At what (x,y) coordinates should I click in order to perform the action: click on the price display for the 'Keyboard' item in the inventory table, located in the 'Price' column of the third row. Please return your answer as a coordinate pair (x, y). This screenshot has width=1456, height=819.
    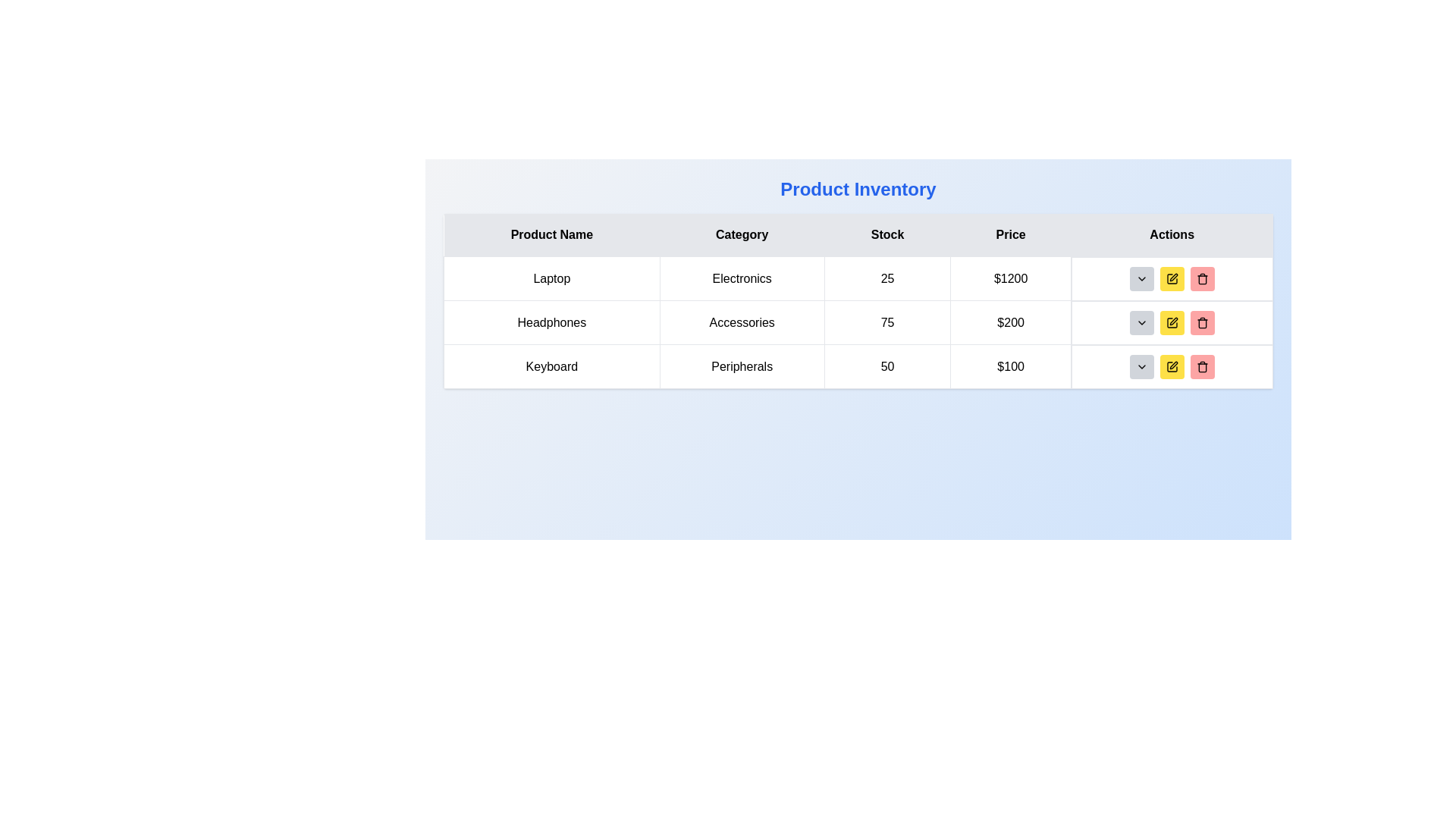
    Looking at the image, I should click on (1011, 366).